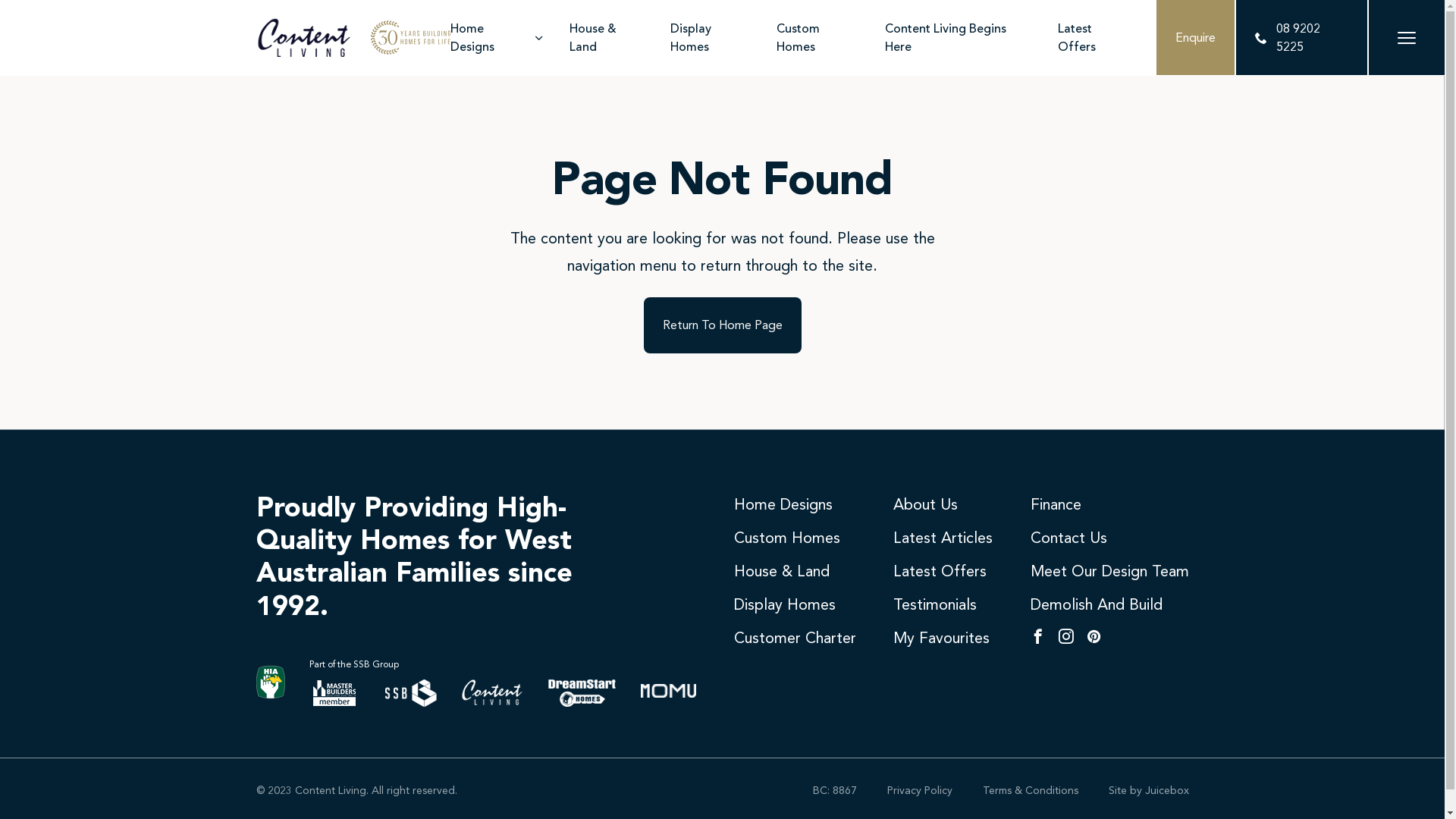  Describe the element at coordinates (1030, 789) in the screenshot. I see `'Terms & Conditions'` at that location.